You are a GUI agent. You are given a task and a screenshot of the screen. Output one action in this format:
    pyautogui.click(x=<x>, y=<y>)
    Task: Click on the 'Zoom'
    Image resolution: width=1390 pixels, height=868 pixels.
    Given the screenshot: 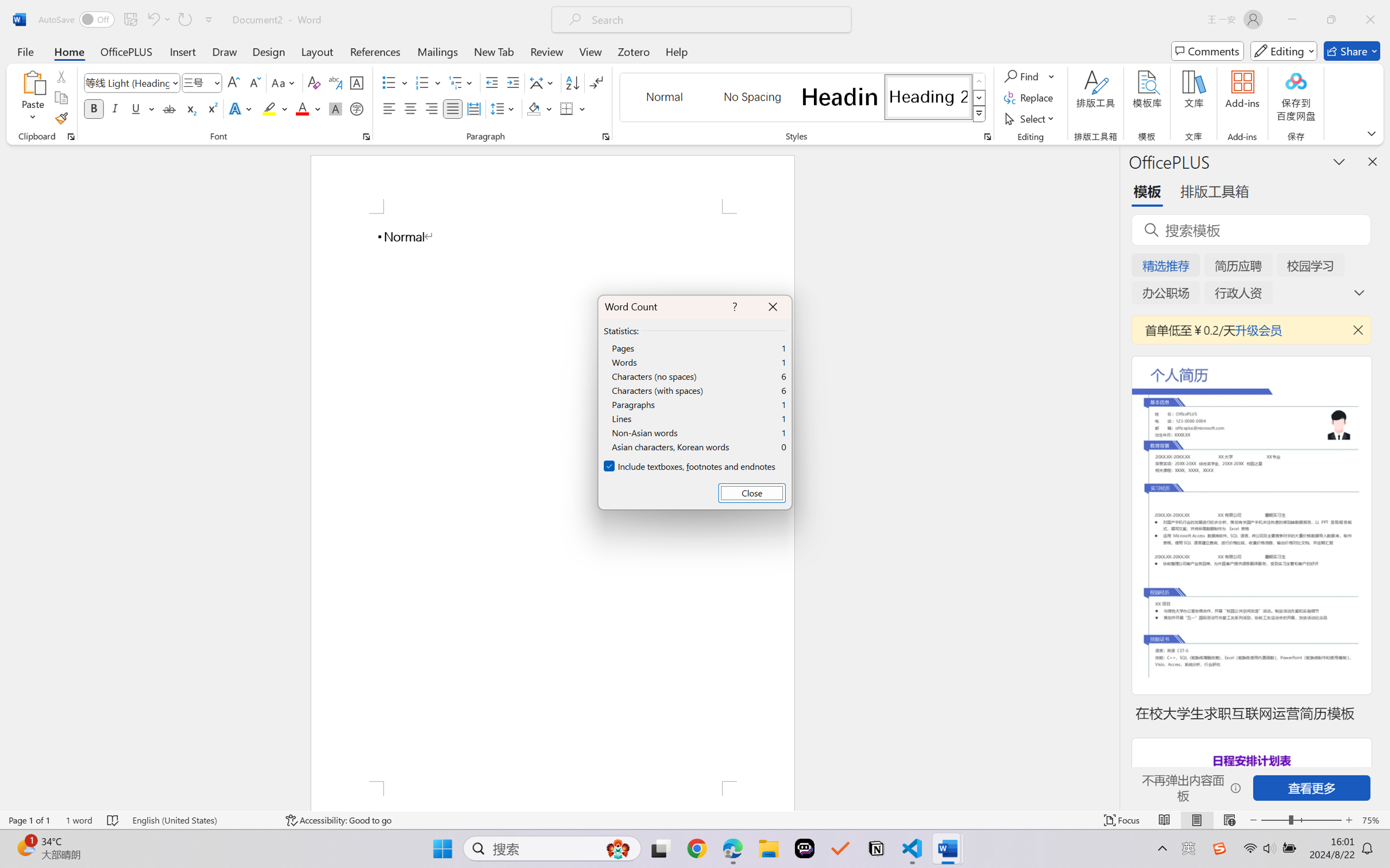 What is the action you would take?
    pyautogui.click(x=1302, y=820)
    